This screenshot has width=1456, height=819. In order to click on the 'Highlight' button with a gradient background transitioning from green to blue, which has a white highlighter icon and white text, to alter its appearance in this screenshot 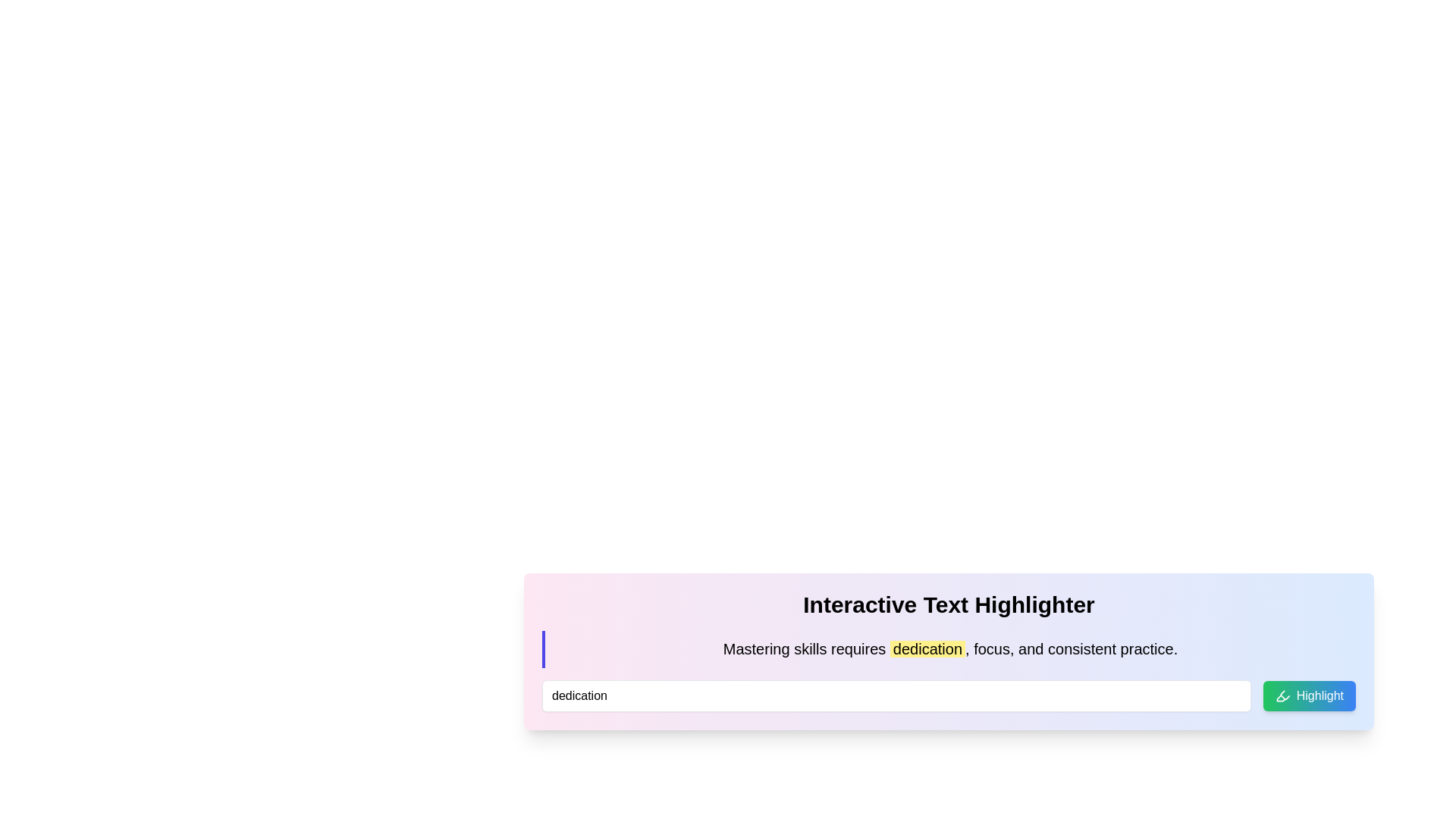, I will do `click(1308, 695)`.